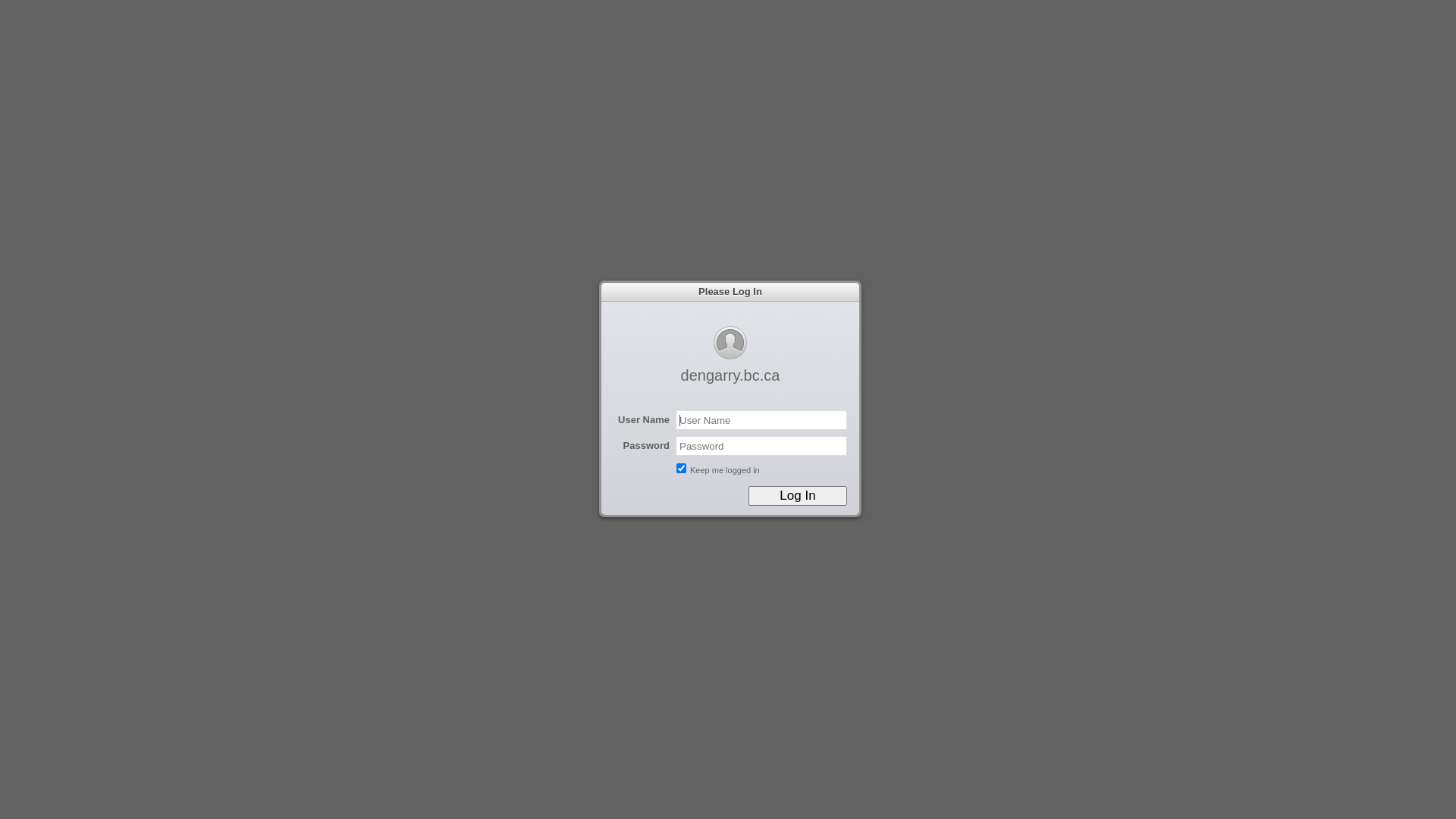  I want to click on 'Log In', so click(796, 496).